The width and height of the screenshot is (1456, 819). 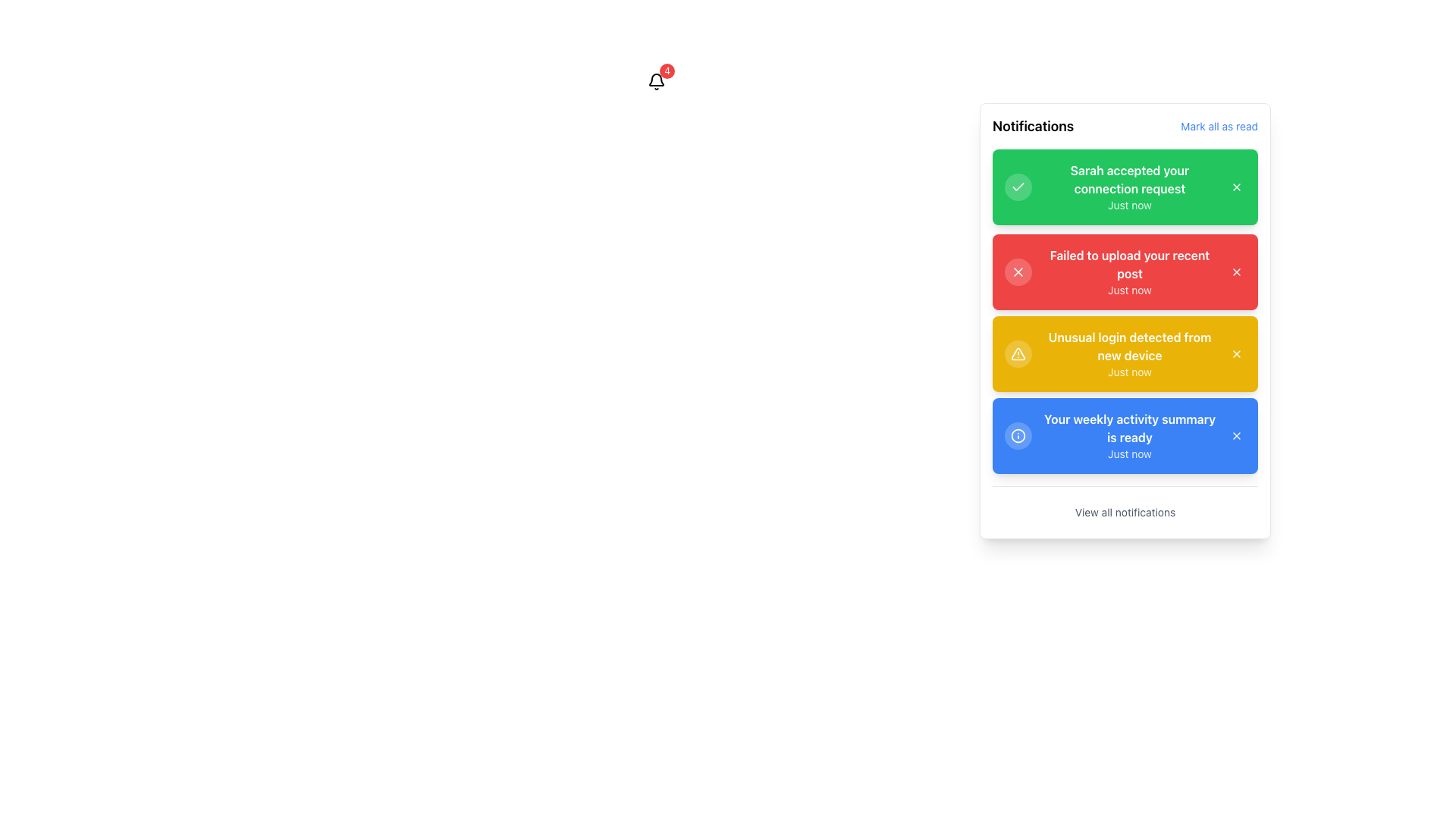 I want to click on the small circular button with an 'x' icon in the top-right corner of the green notification box that says 'Sarah accepted your connection request', so click(x=1237, y=186).